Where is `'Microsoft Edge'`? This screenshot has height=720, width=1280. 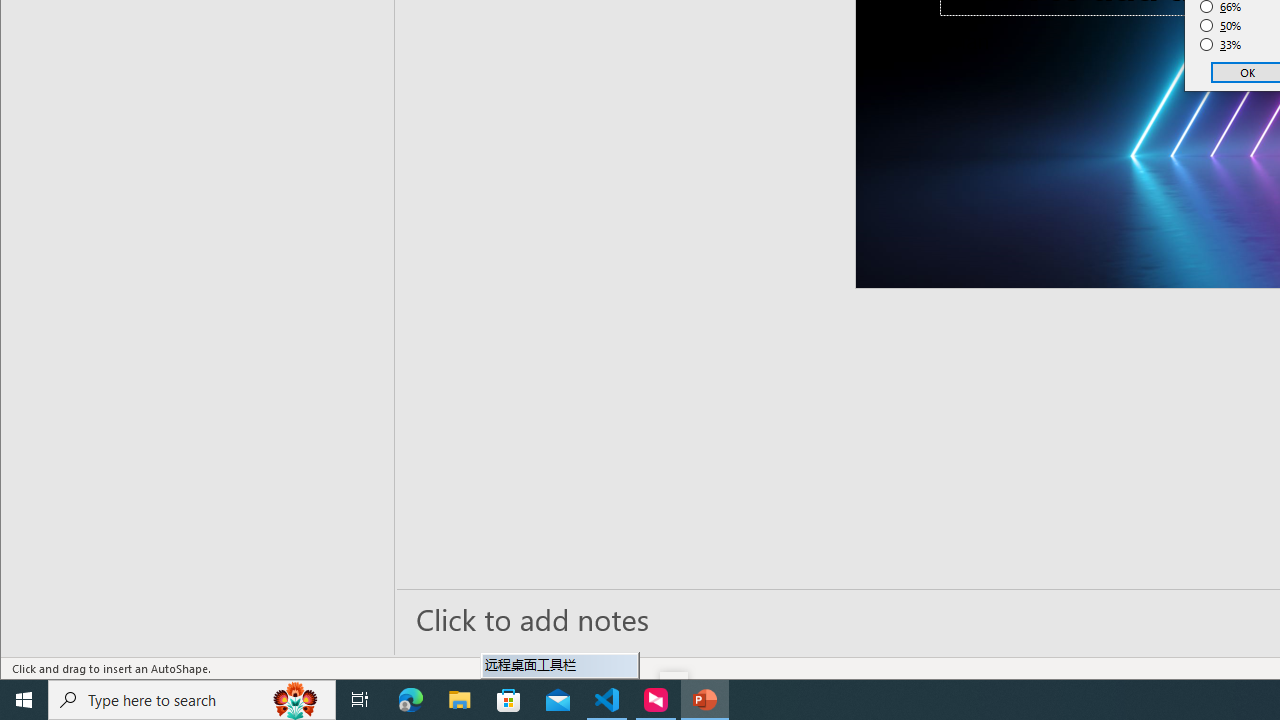
'Microsoft Edge' is located at coordinates (410, 698).